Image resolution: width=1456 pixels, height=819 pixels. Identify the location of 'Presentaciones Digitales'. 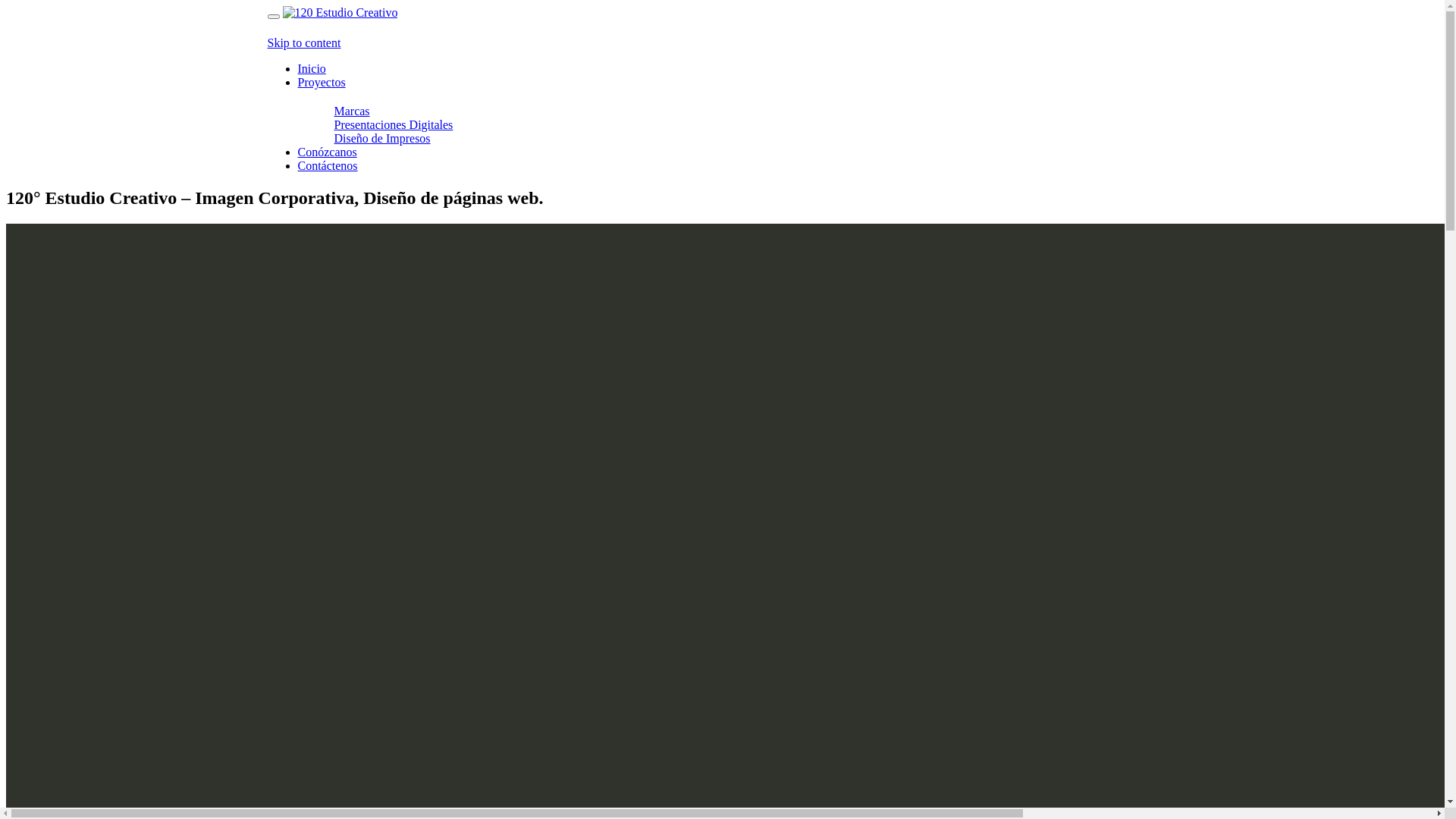
(297, 124).